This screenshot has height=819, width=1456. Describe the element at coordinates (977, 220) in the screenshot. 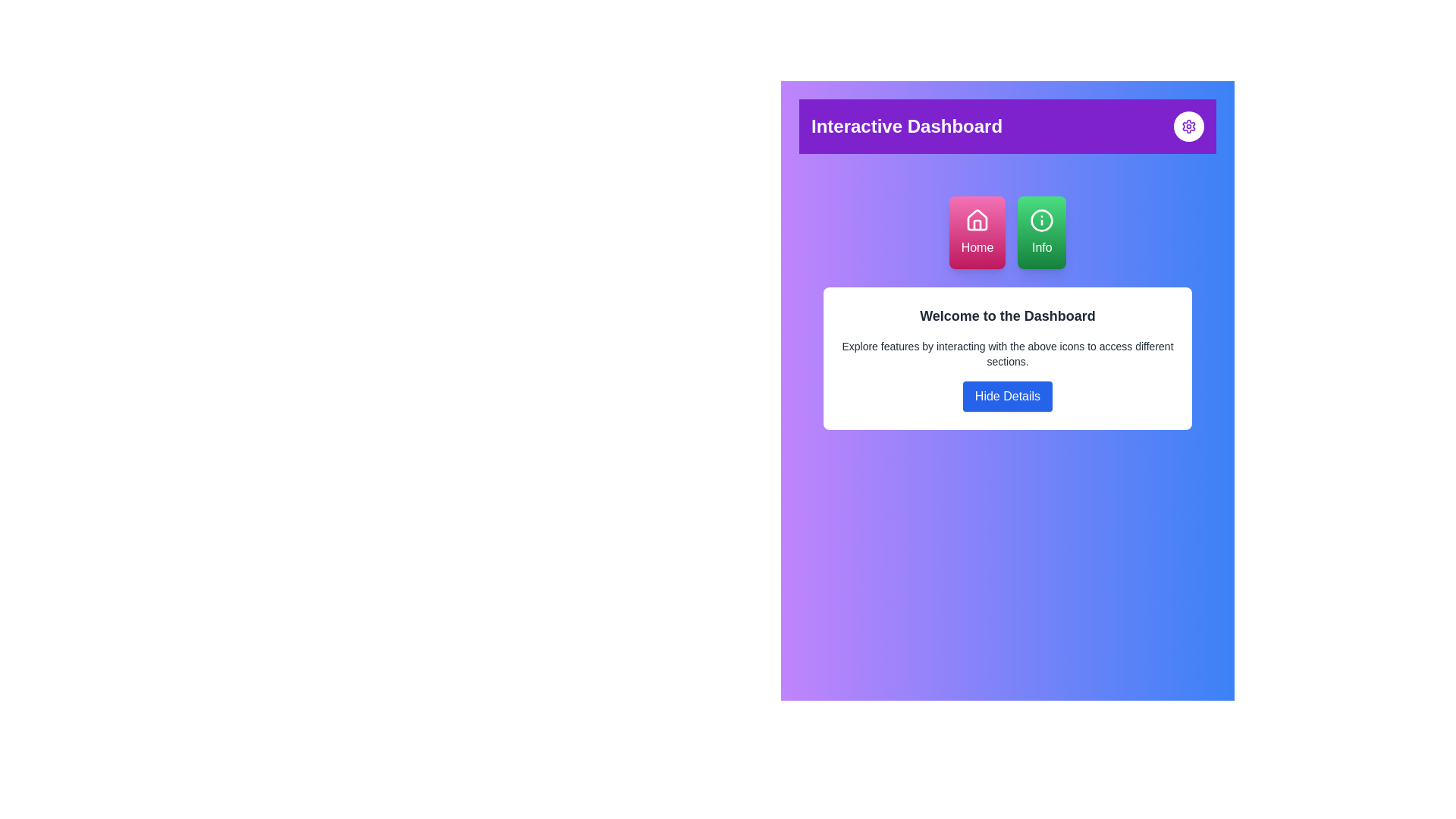

I see `the house icon located at the top of the pink 'Home' button within the interactive dashboard layout` at that location.